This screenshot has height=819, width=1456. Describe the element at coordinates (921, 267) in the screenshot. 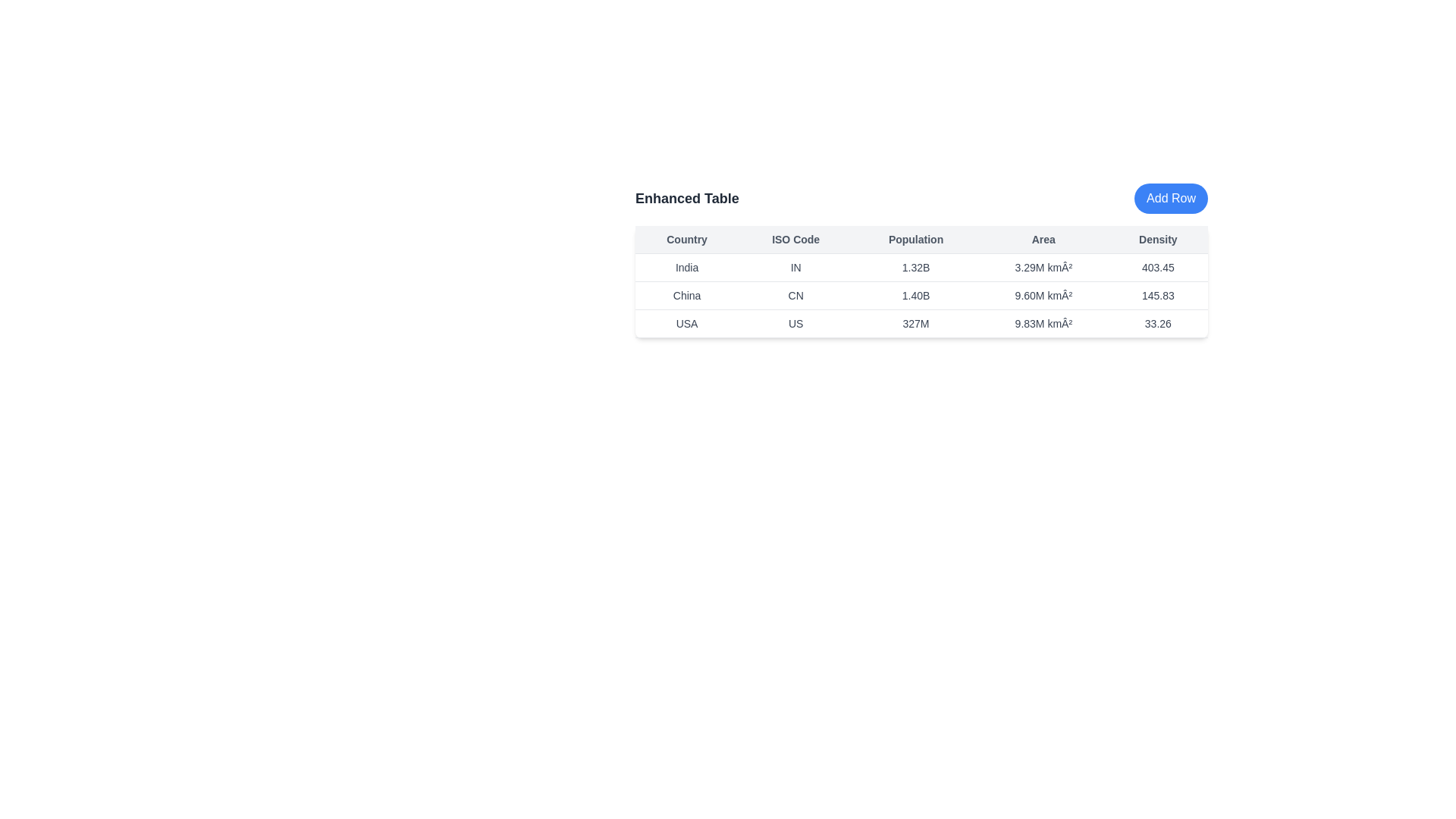

I see `the first row of the table that presents detailed data about the country 'India', which is located under the headers 'Country', 'ISO Code', 'Population', 'Area', and 'Density'` at that location.